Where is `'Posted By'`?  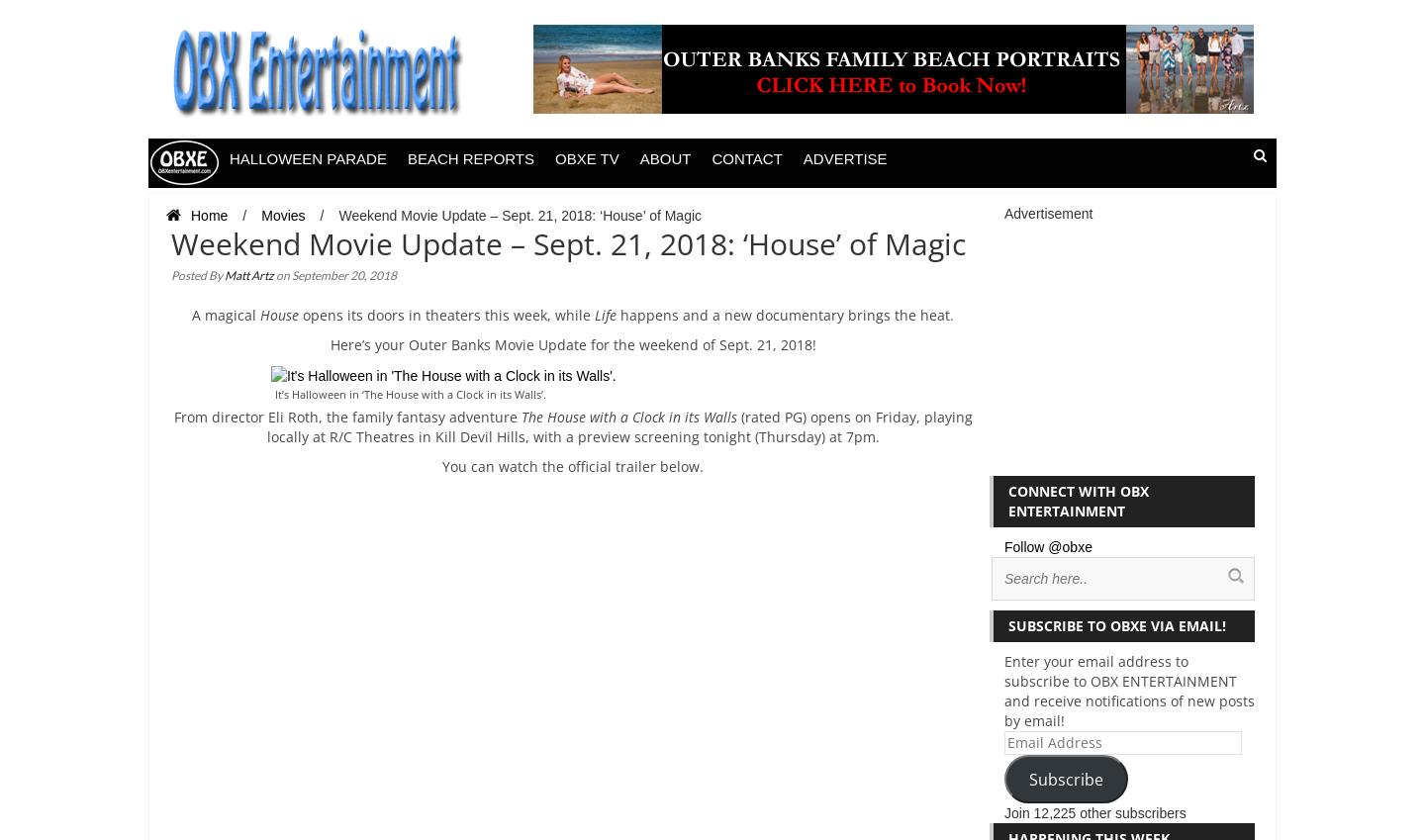
'Posted By' is located at coordinates (198, 275).